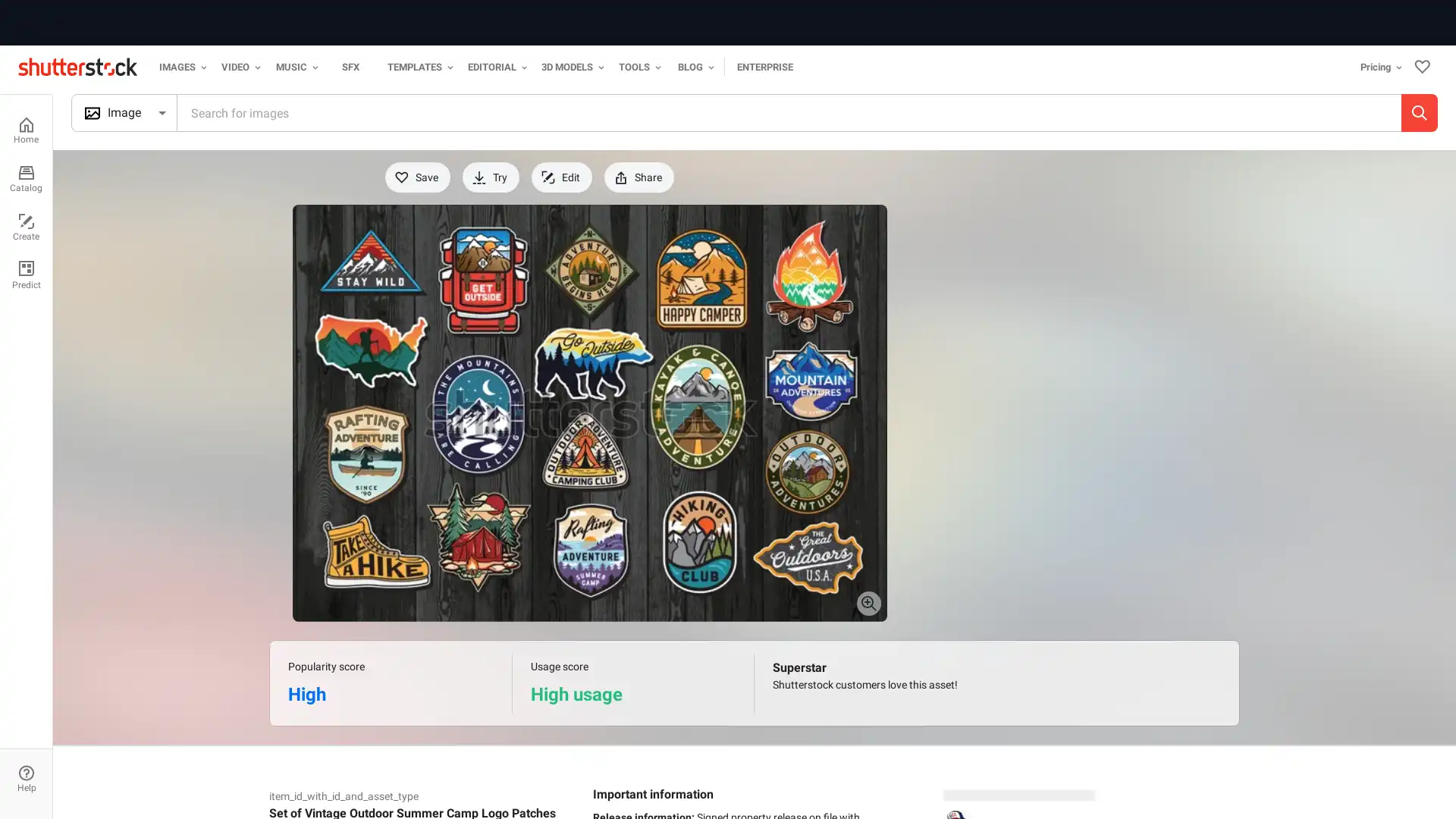 The image size is (1456, 819). I want to click on Search, so click(1419, 112).